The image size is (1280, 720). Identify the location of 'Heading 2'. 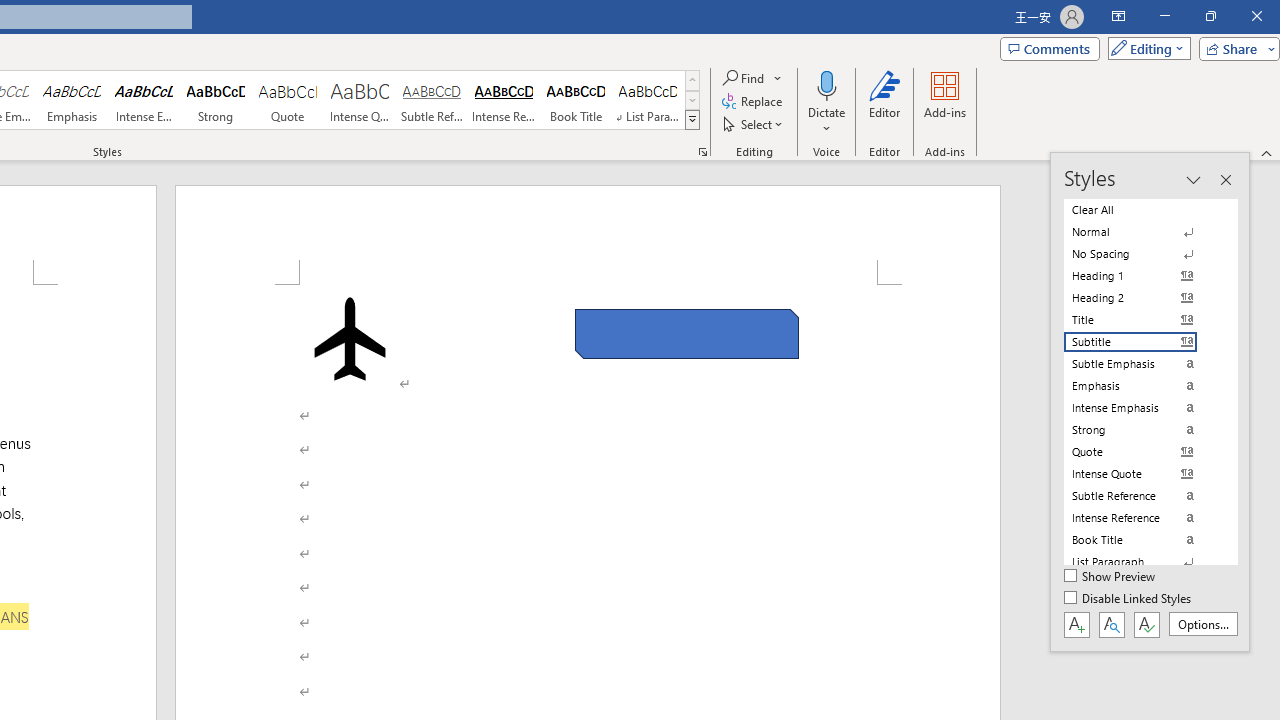
(1142, 298).